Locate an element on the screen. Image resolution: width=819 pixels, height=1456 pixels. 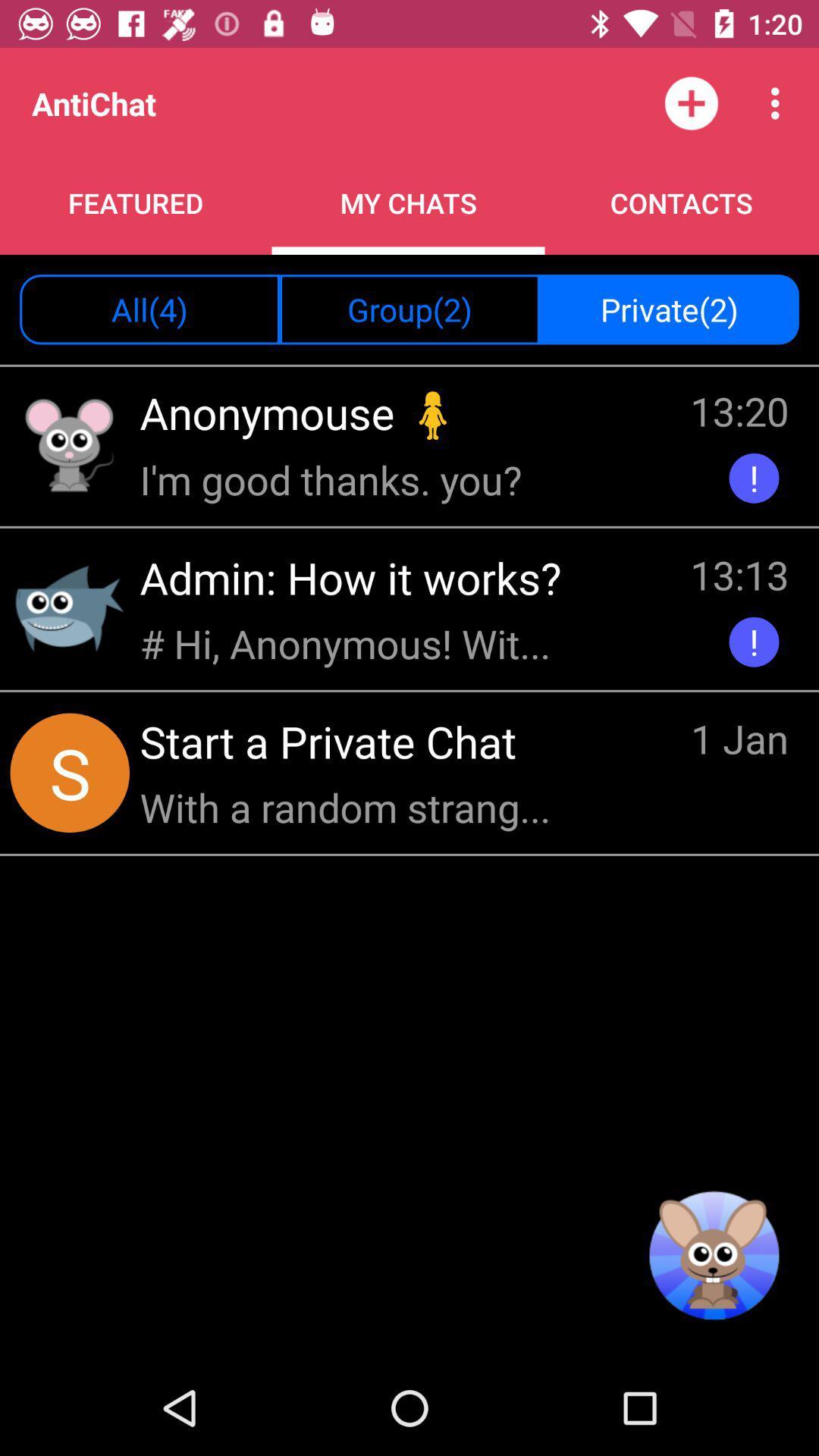
the item above the contacts item is located at coordinates (779, 102).